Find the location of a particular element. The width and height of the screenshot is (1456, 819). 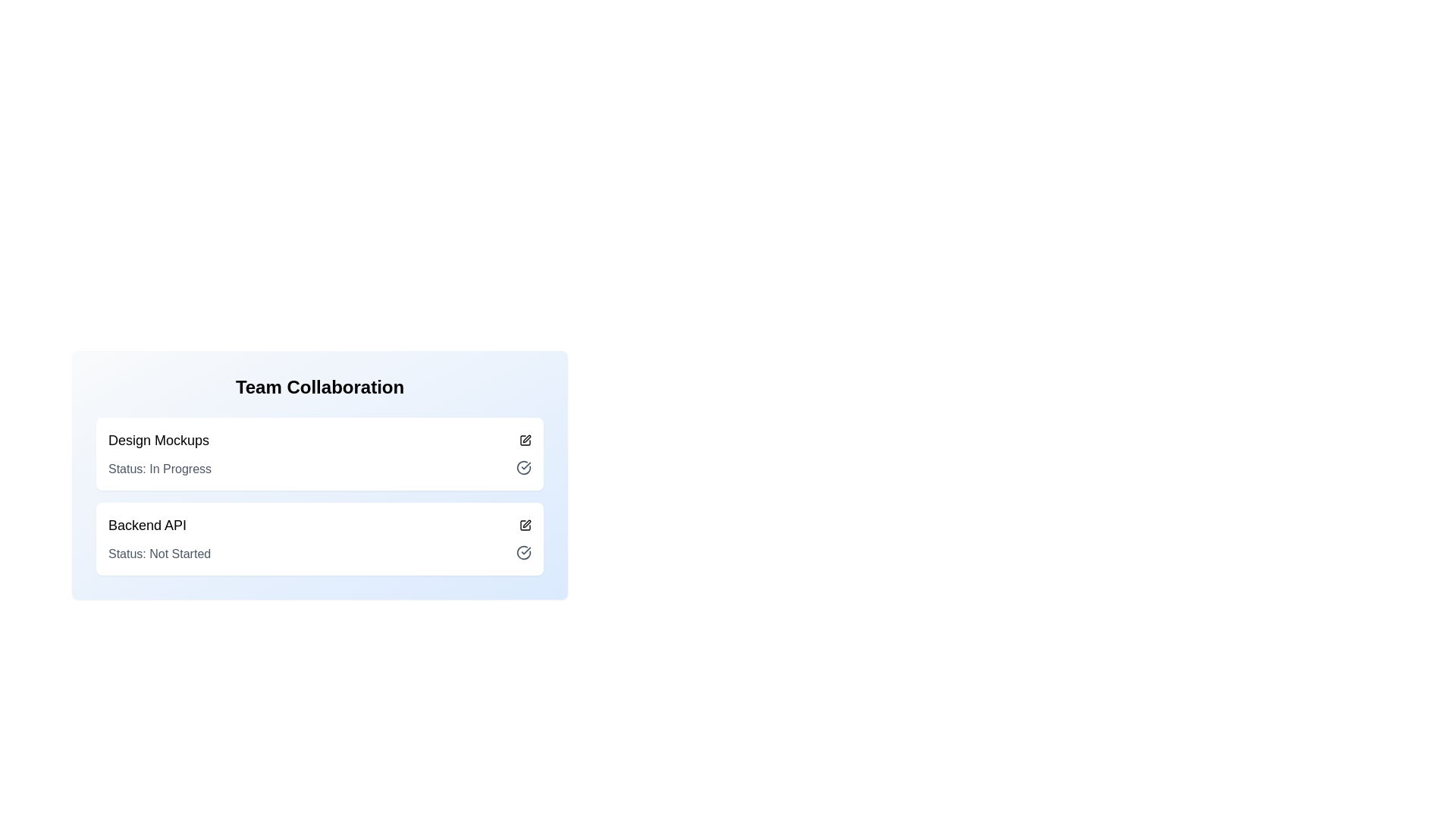

the text label that serves as a title for the surrounding content, located at the top of its group above 'Design Mockups' and 'Backend API' is located at coordinates (319, 386).